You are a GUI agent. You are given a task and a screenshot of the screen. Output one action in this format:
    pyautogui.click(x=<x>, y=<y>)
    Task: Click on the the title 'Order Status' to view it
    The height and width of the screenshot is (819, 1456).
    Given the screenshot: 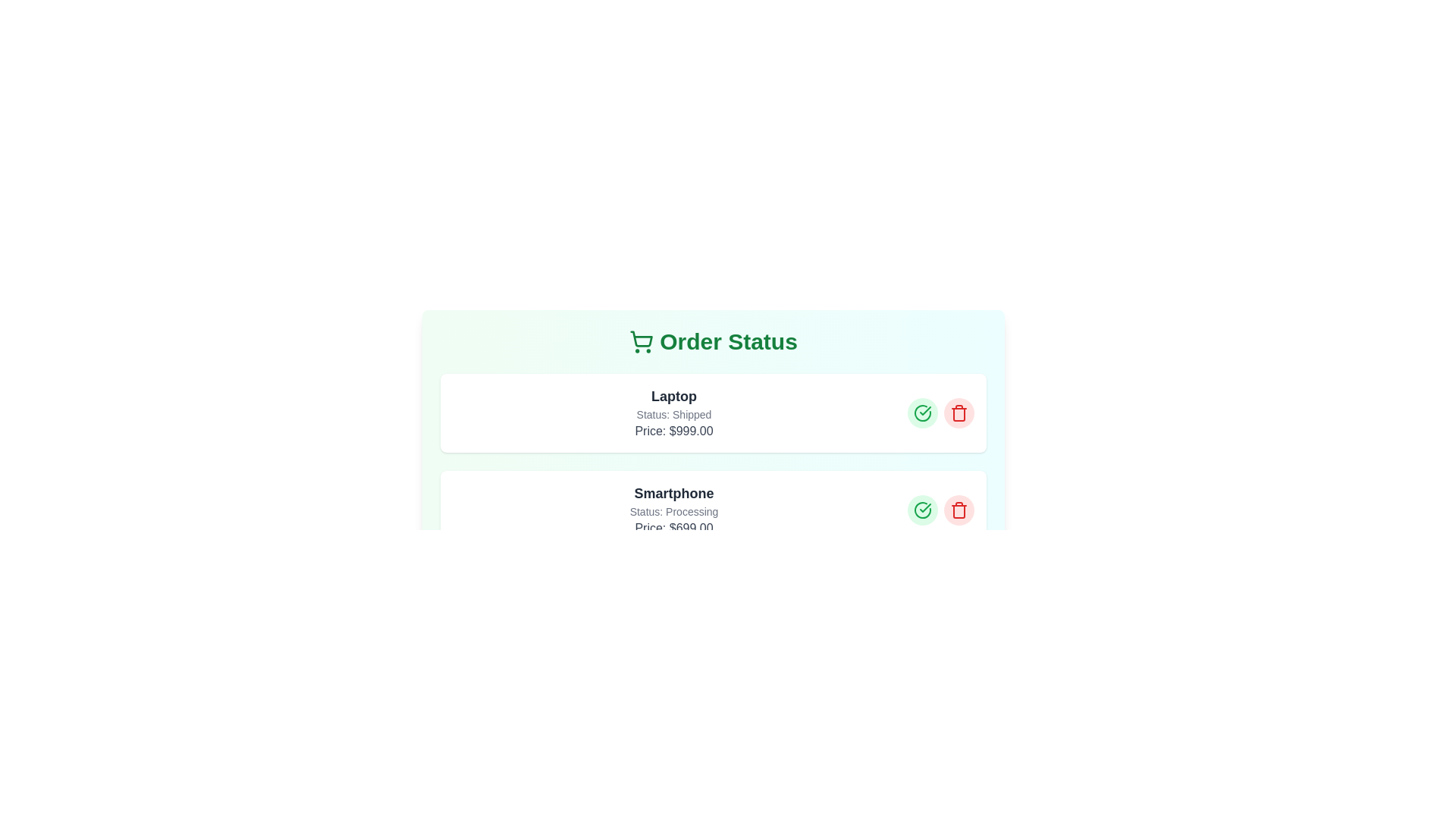 What is the action you would take?
    pyautogui.click(x=712, y=342)
    